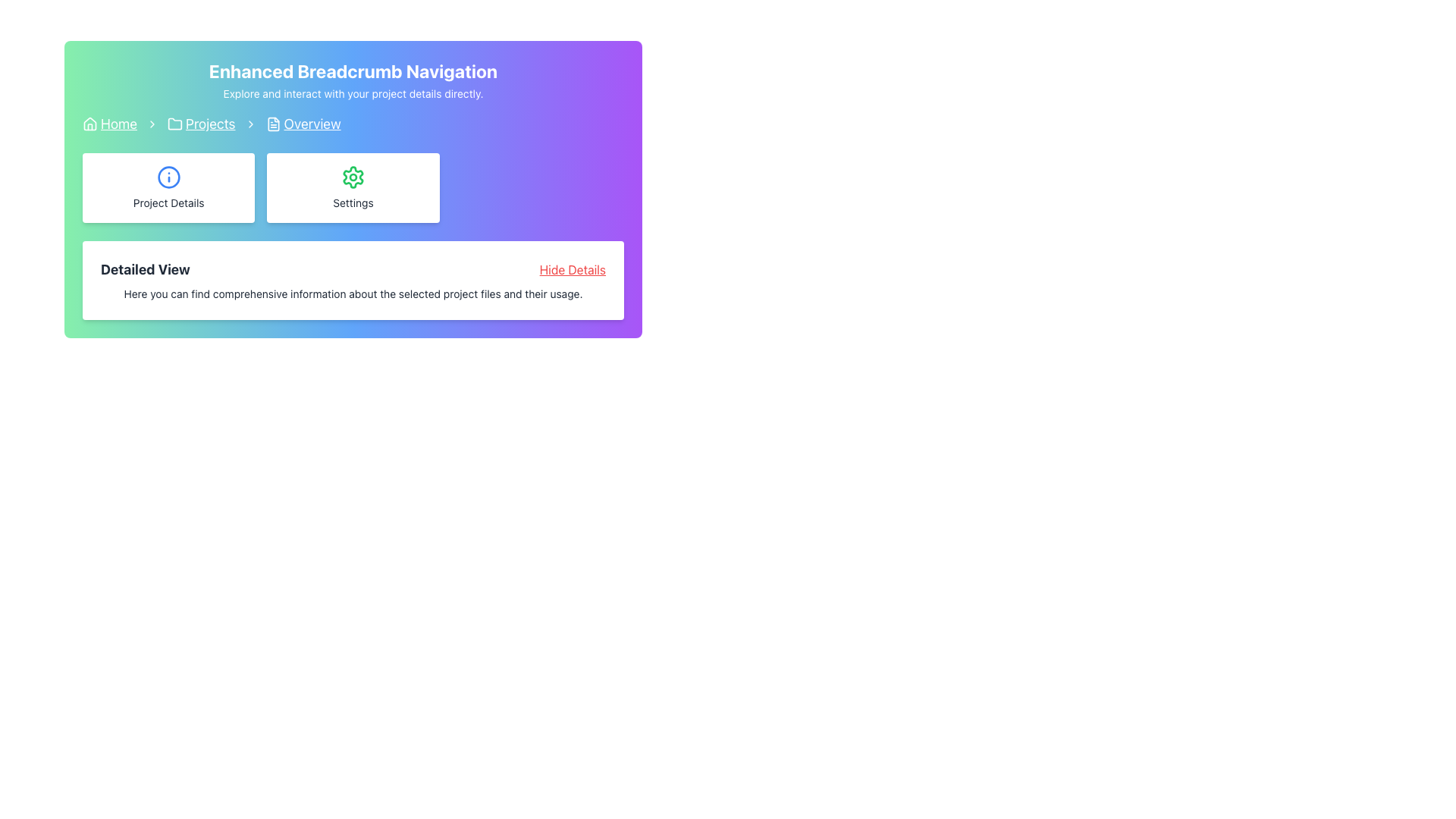  Describe the element at coordinates (174, 122) in the screenshot. I see `folder icon located in the breadcrumb navigation bar, which is styled with a turquoise fill and modern outline design, positioned between the 'Home' and 'Projects' labels` at that location.